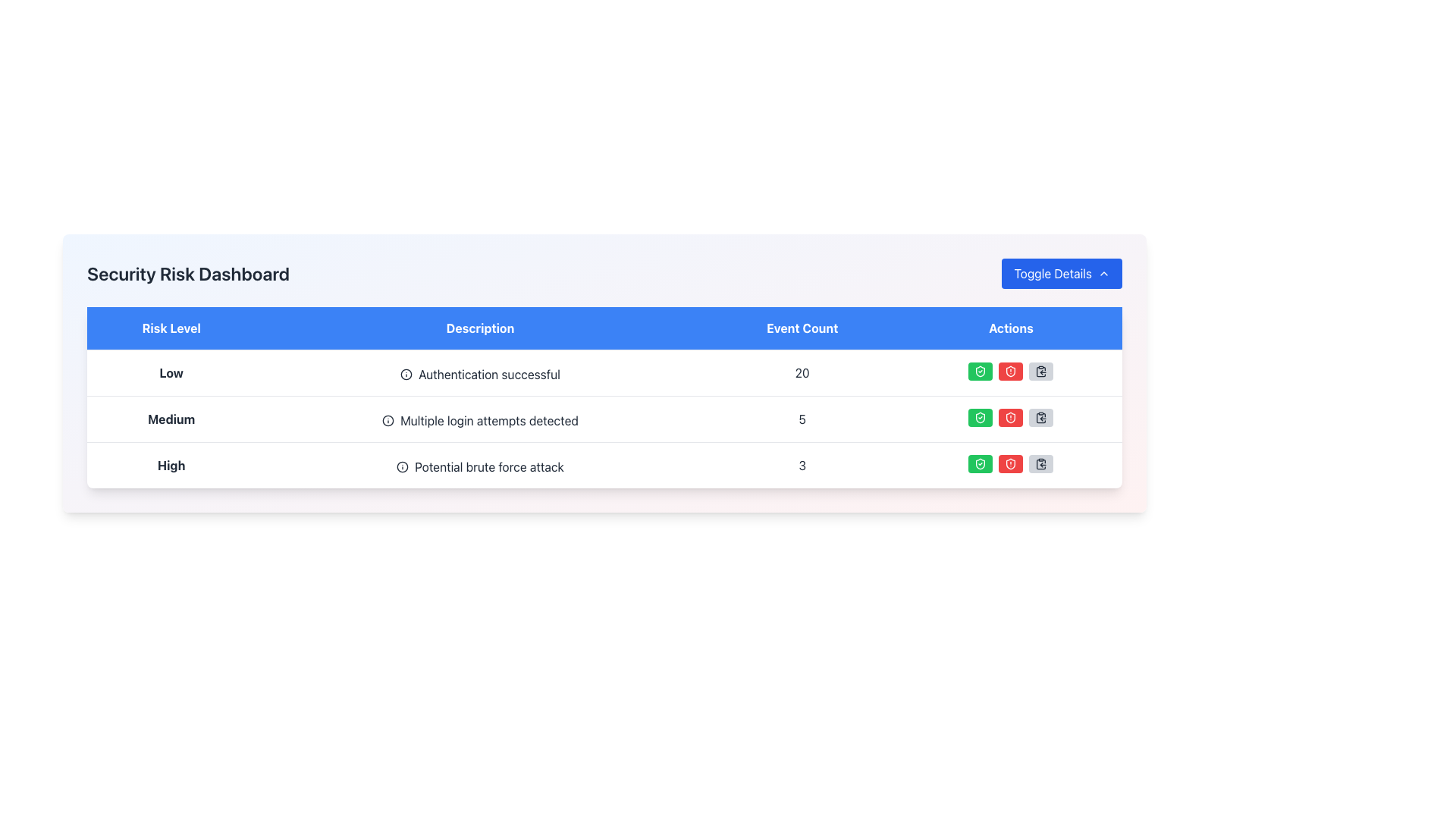 The width and height of the screenshot is (1456, 819). I want to click on the 'Medium' text label in bold yellow font located in the second row of the risk level table within the dashboard, so click(171, 419).